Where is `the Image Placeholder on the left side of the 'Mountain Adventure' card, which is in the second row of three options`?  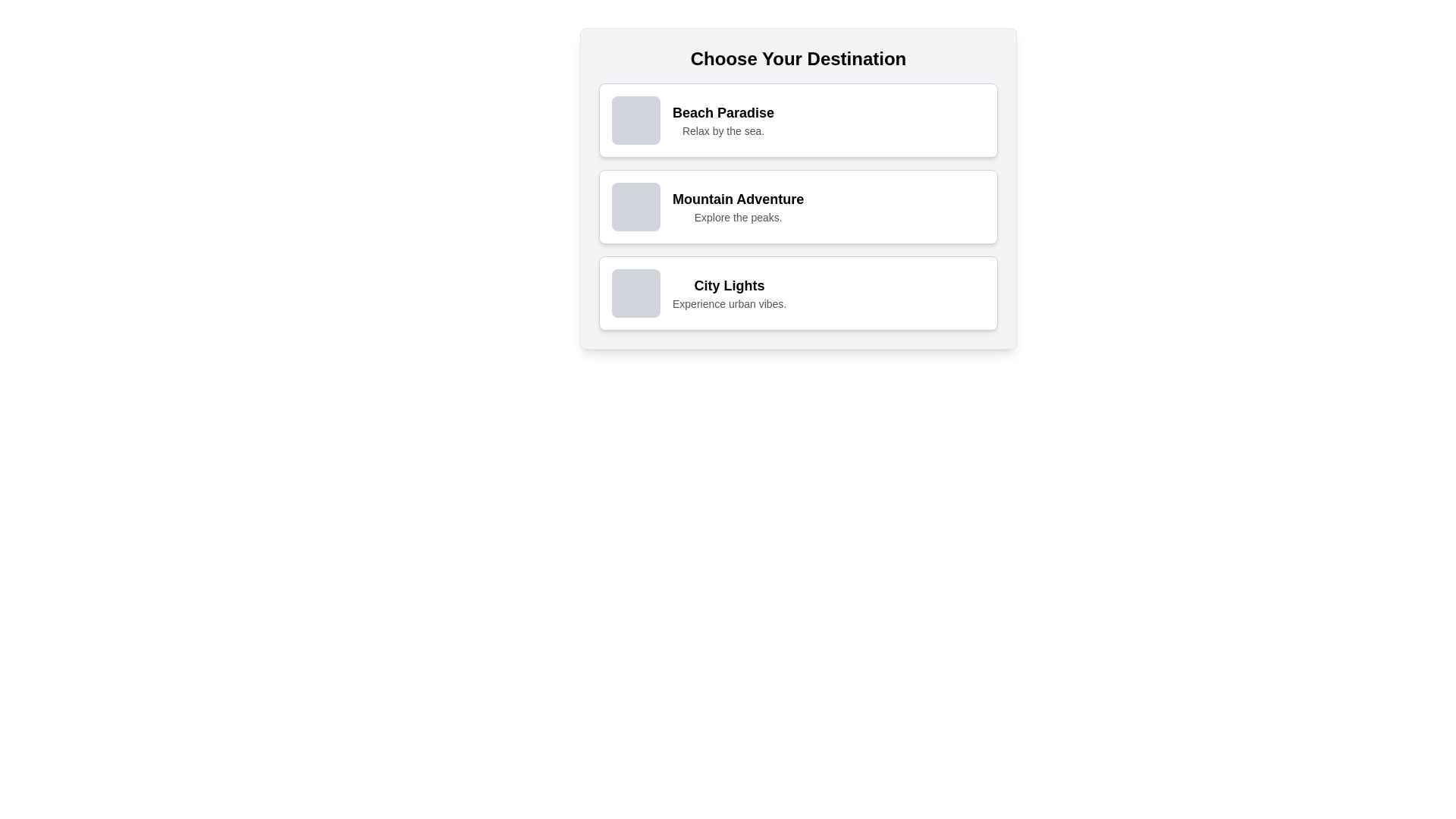 the Image Placeholder on the left side of the 'Mountain Adventure' card, which is in the second row of three options is located at coordinates (636, 207).